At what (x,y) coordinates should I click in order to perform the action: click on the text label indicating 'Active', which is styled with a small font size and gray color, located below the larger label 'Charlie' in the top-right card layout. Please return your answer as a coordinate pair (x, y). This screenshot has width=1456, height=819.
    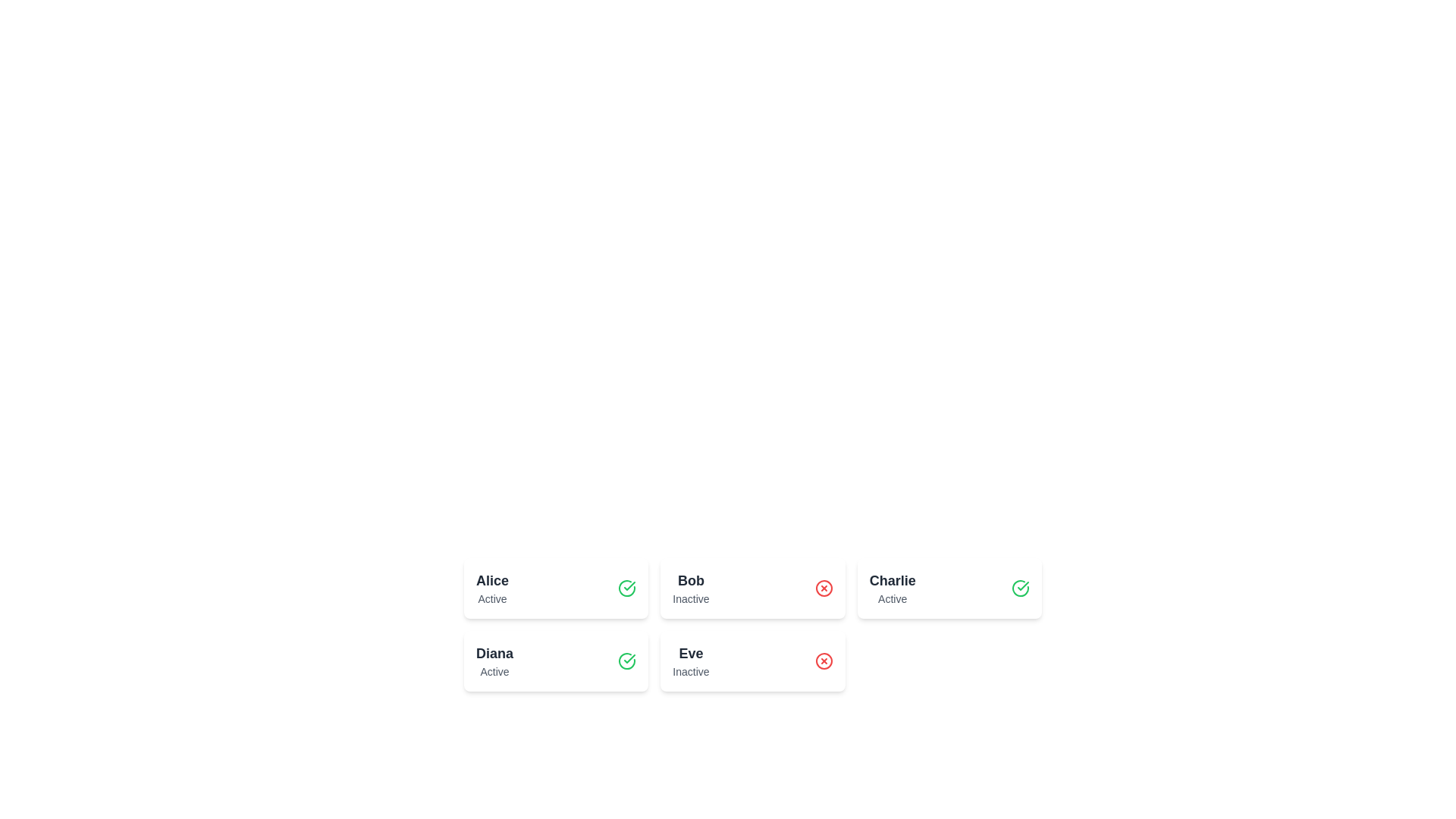
    Looking at the image, I should click on (893, 598).